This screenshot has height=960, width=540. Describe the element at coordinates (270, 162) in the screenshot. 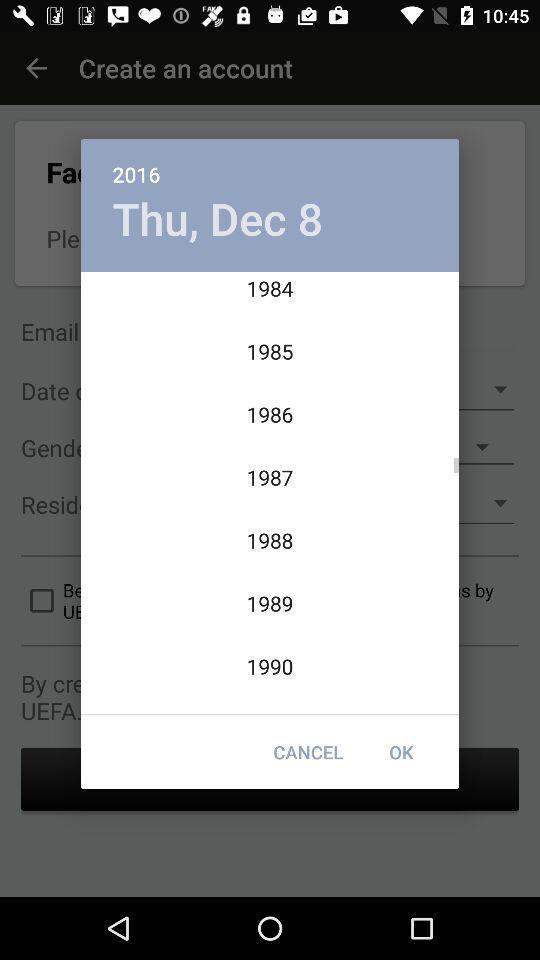

I see `the 2016` at that location.